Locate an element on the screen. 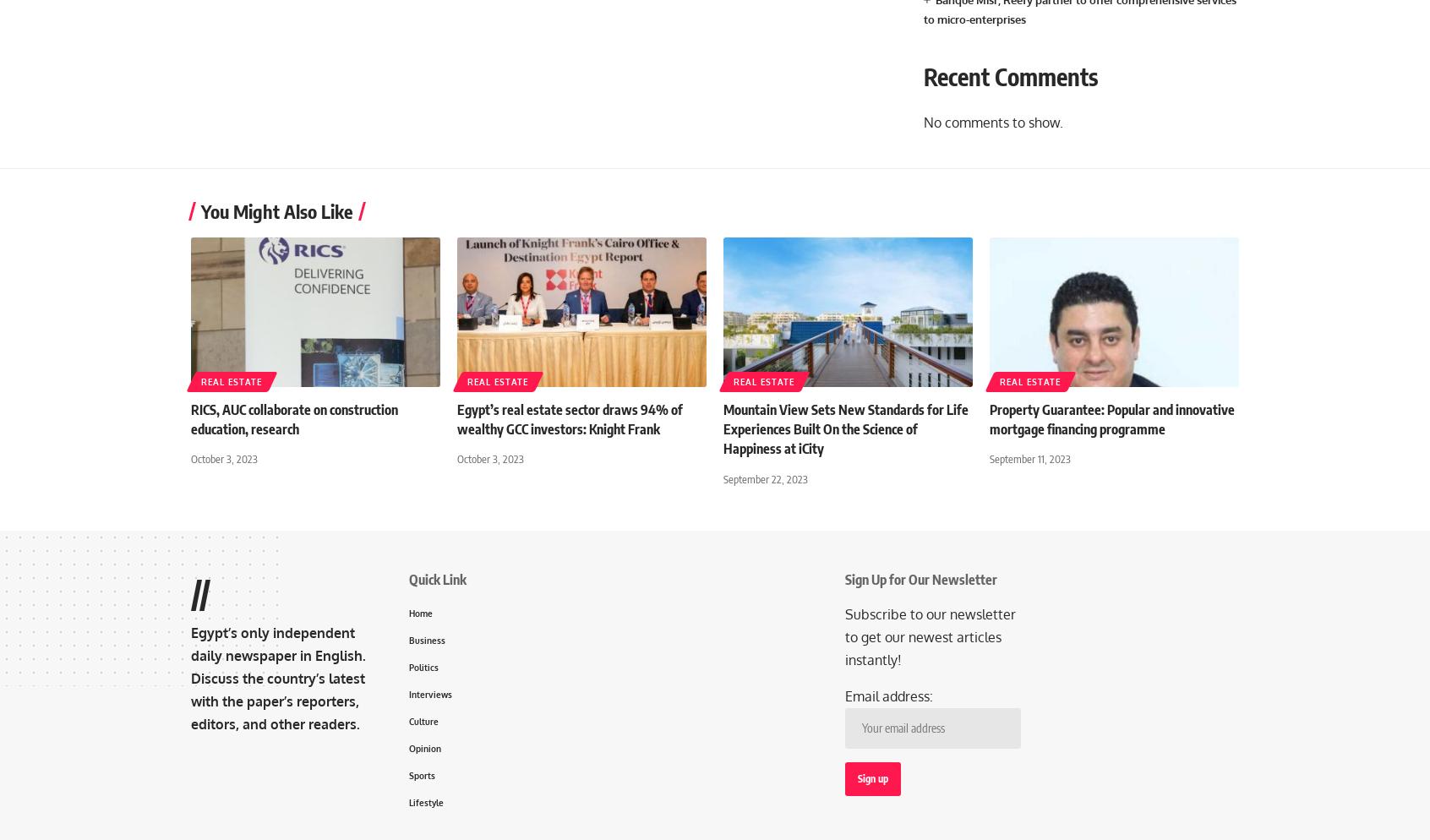 Image resolution: width=1430 pixels, height=840 pixels. 'RICS, AUC collaborate on construction education, research' is located at coordinates (293, 418).